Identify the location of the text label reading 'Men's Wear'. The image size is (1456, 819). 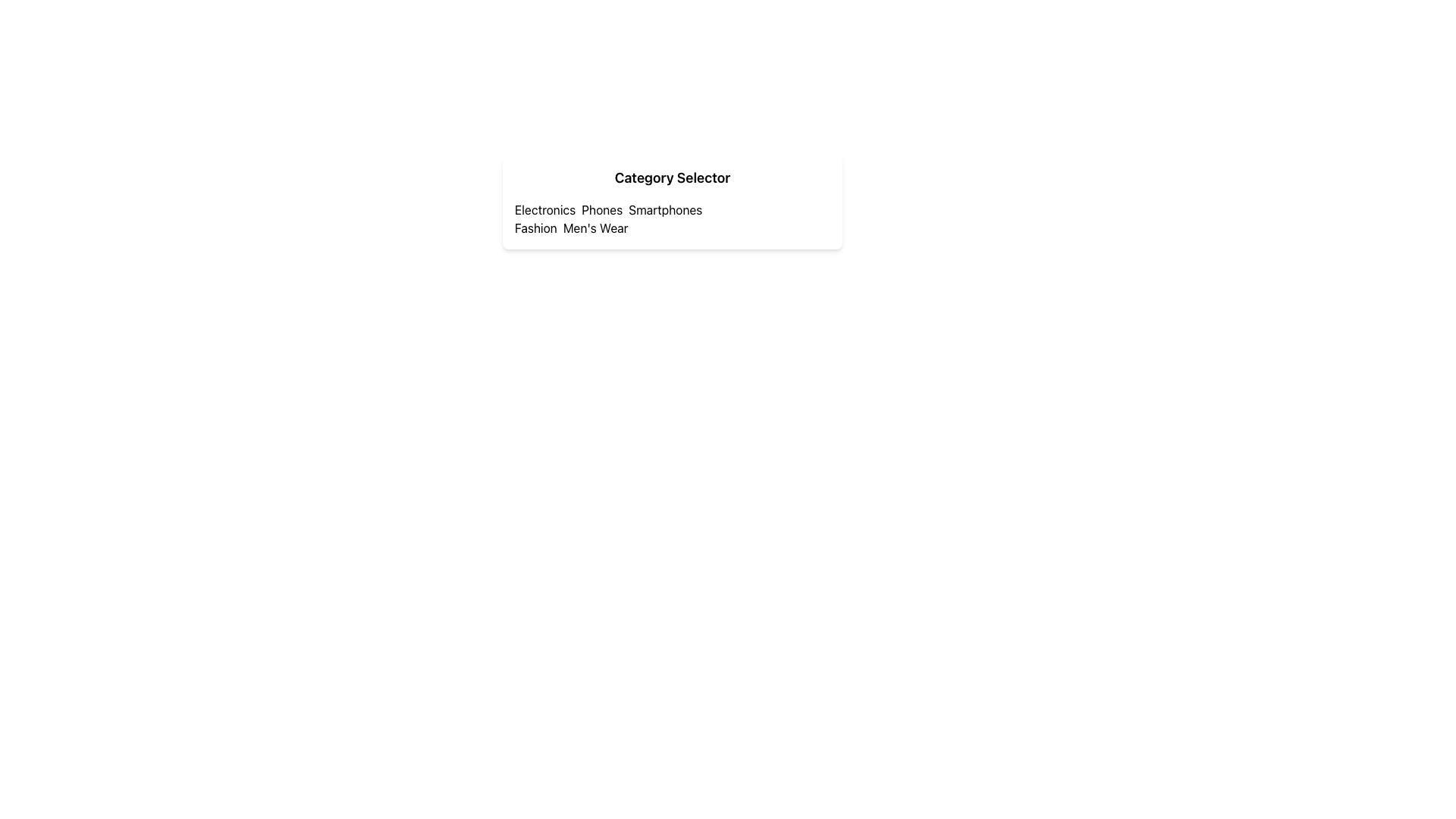
(595, 227).